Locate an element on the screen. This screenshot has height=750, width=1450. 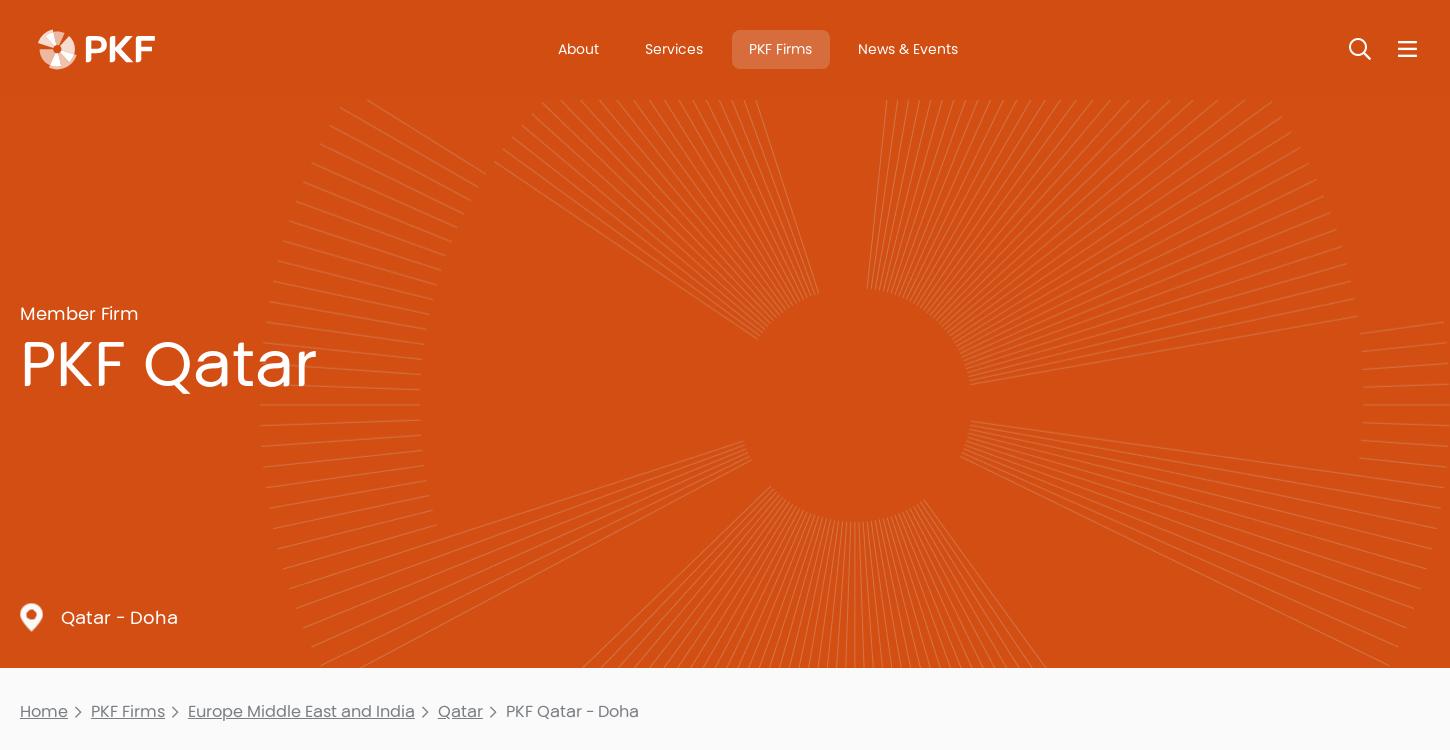
'PKF Qatar' is located at coordinates (168, 362).